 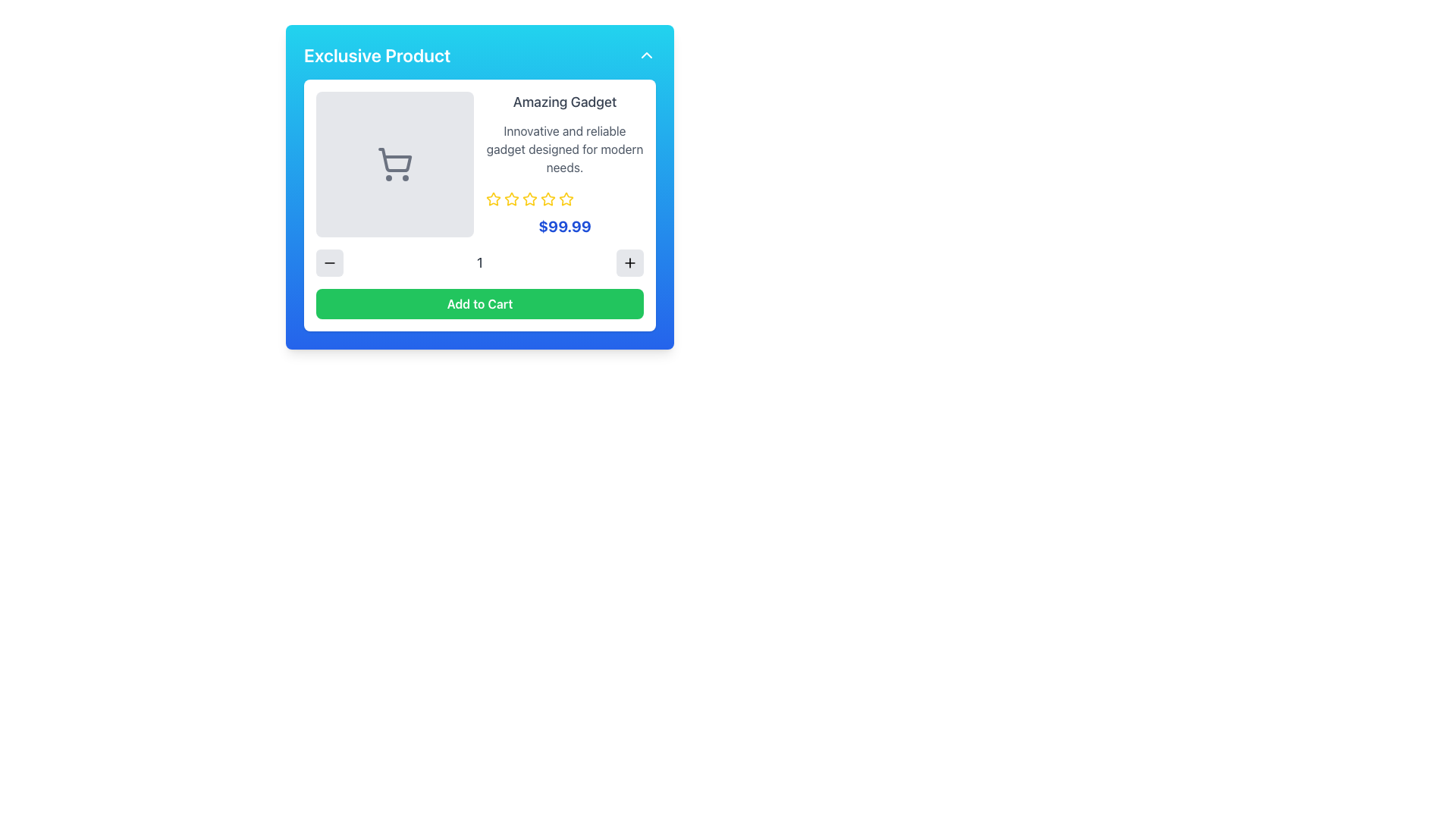 What do you see at coordinates (494, 198) in the screenshot?
I see `the first star icon in the rating bar, which is filled with yellow and has a distinctive outline, located in the middle right panel adjacent to the product title and description` at bounding box center [494, 198].